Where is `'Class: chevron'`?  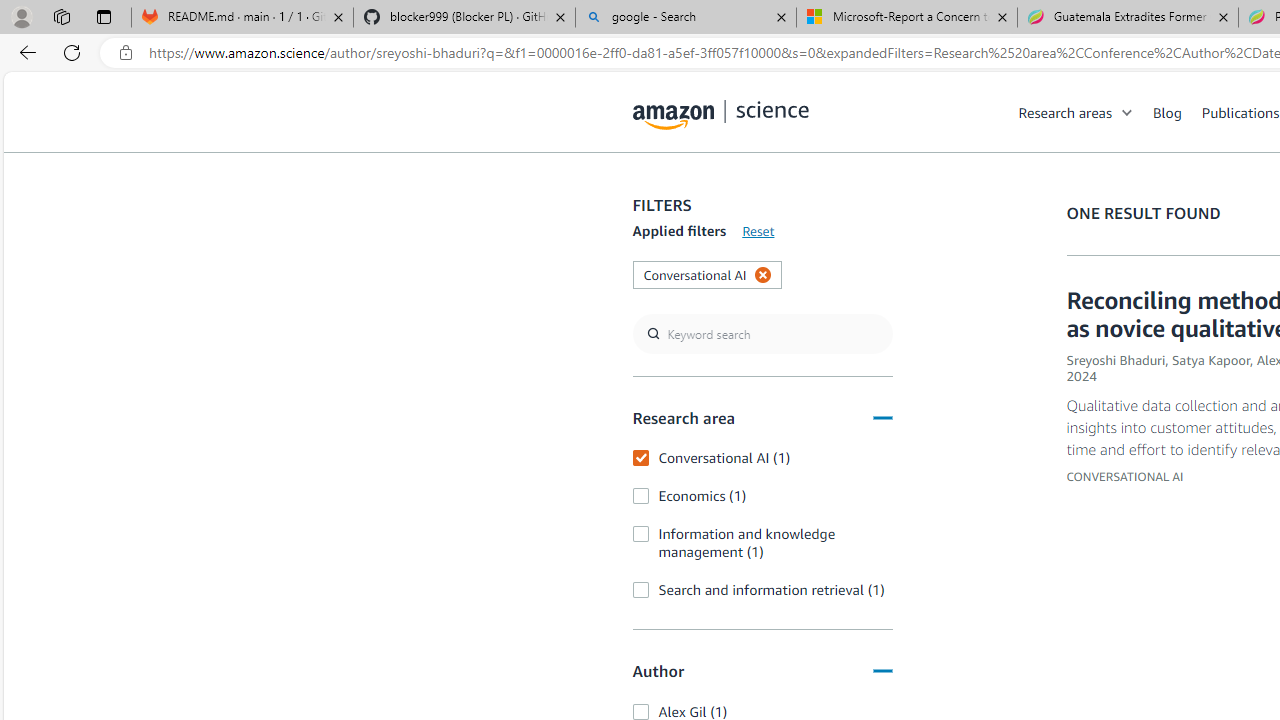
'Class: chevron' is located at coordinates (1128, 117).